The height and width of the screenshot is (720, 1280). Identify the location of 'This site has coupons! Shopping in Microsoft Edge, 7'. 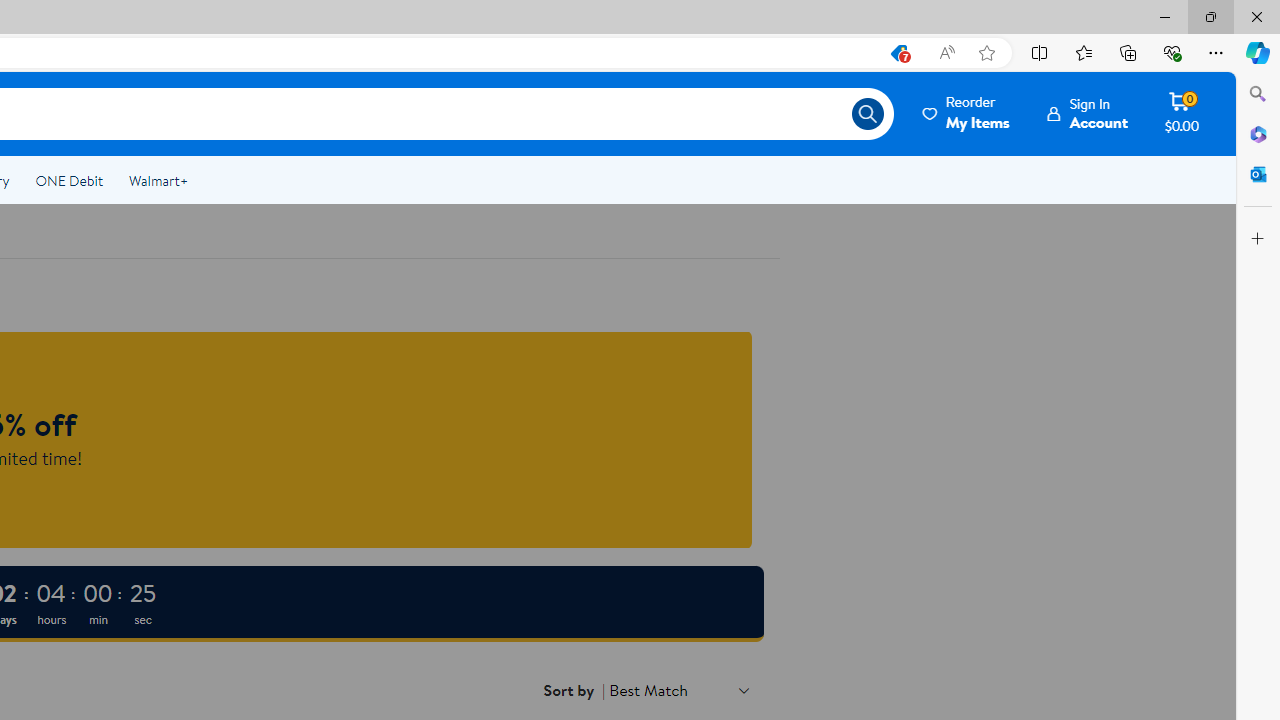
(897, 52).